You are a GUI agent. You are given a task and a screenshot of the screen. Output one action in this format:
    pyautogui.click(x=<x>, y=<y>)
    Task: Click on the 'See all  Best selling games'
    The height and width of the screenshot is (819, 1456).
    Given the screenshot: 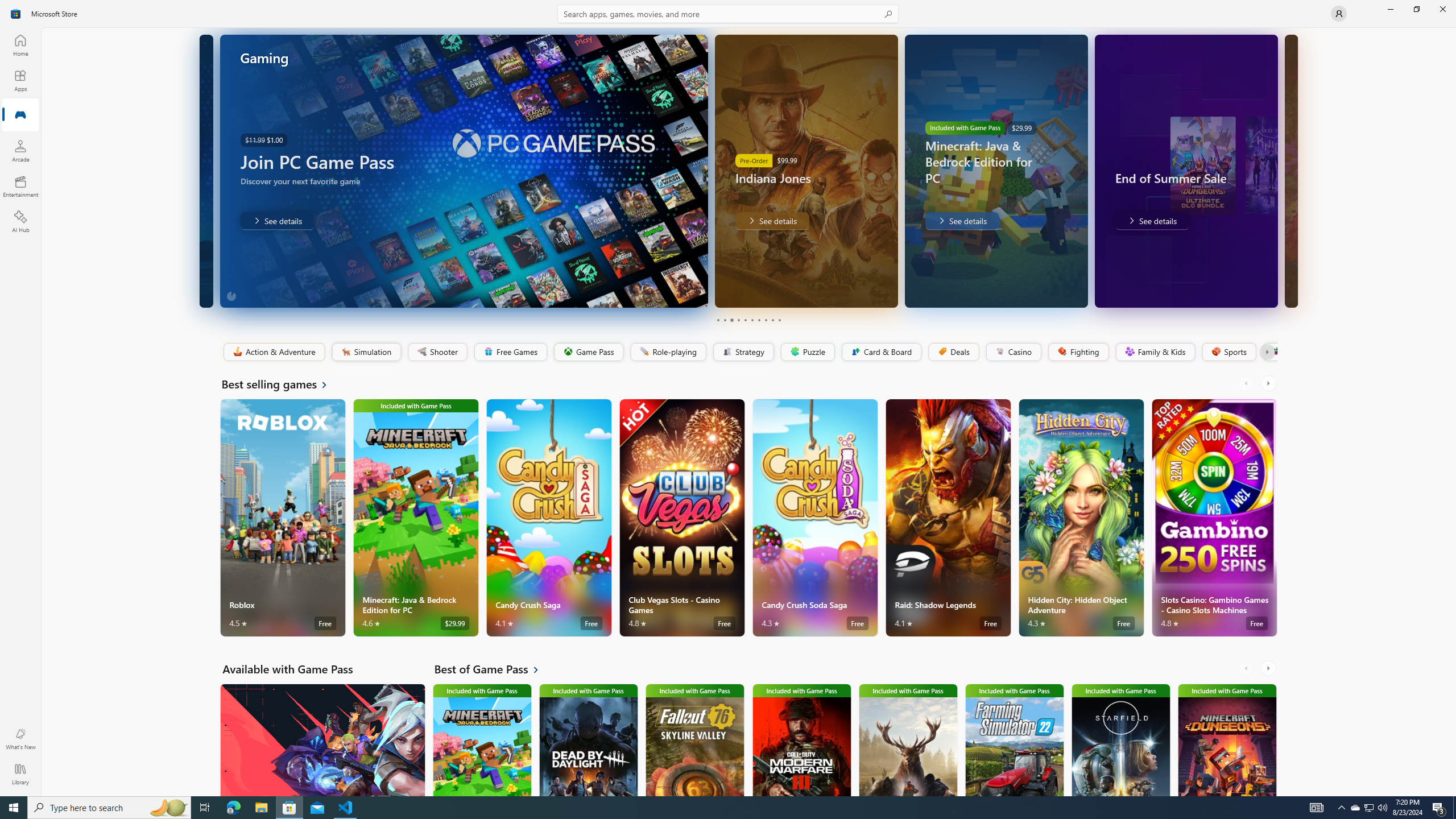 What is the action you would take?
    pyautogui.click(x=280, y=383)
    